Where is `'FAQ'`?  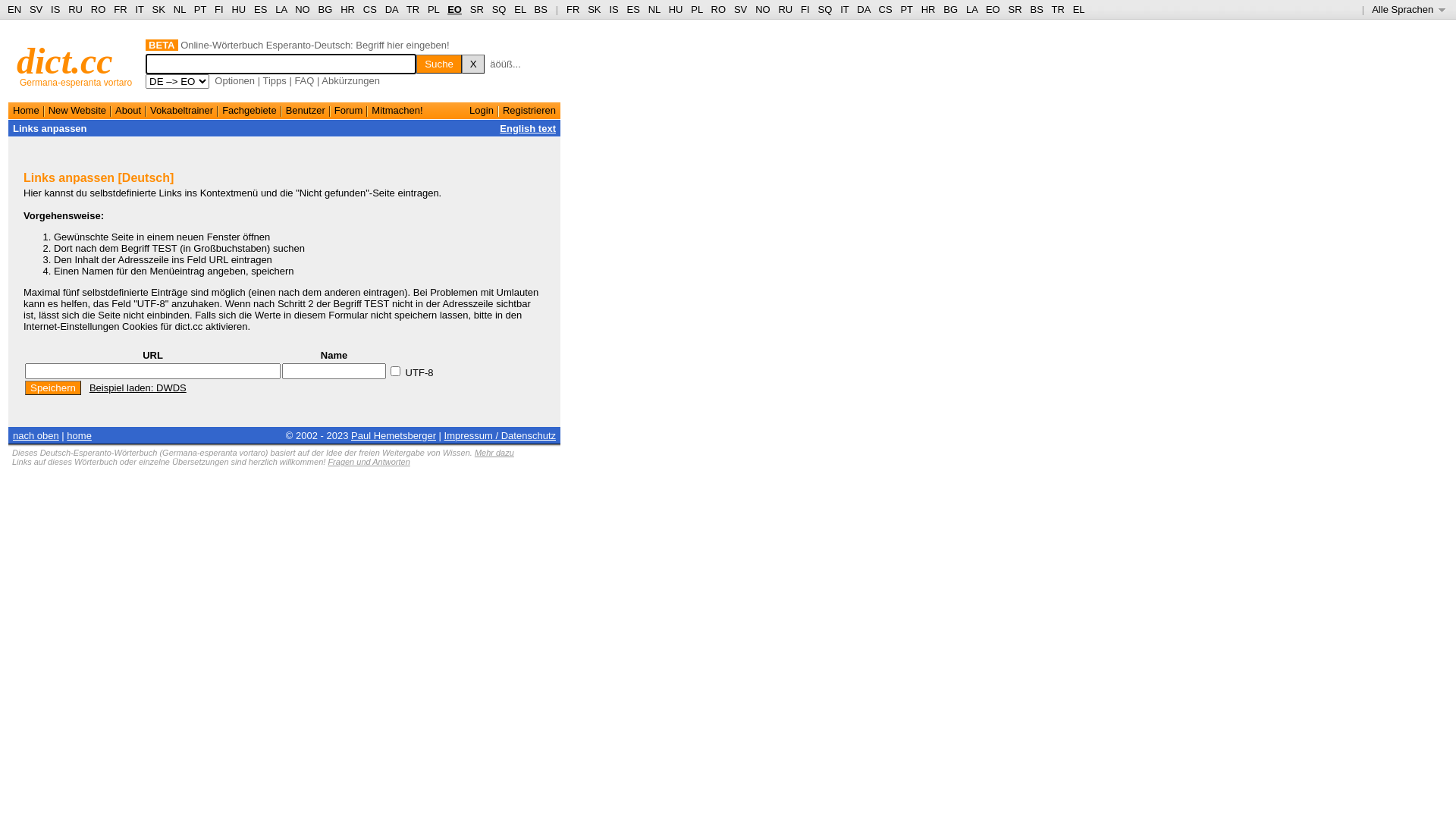
'FAQ' is located at coordinates (303, 80).